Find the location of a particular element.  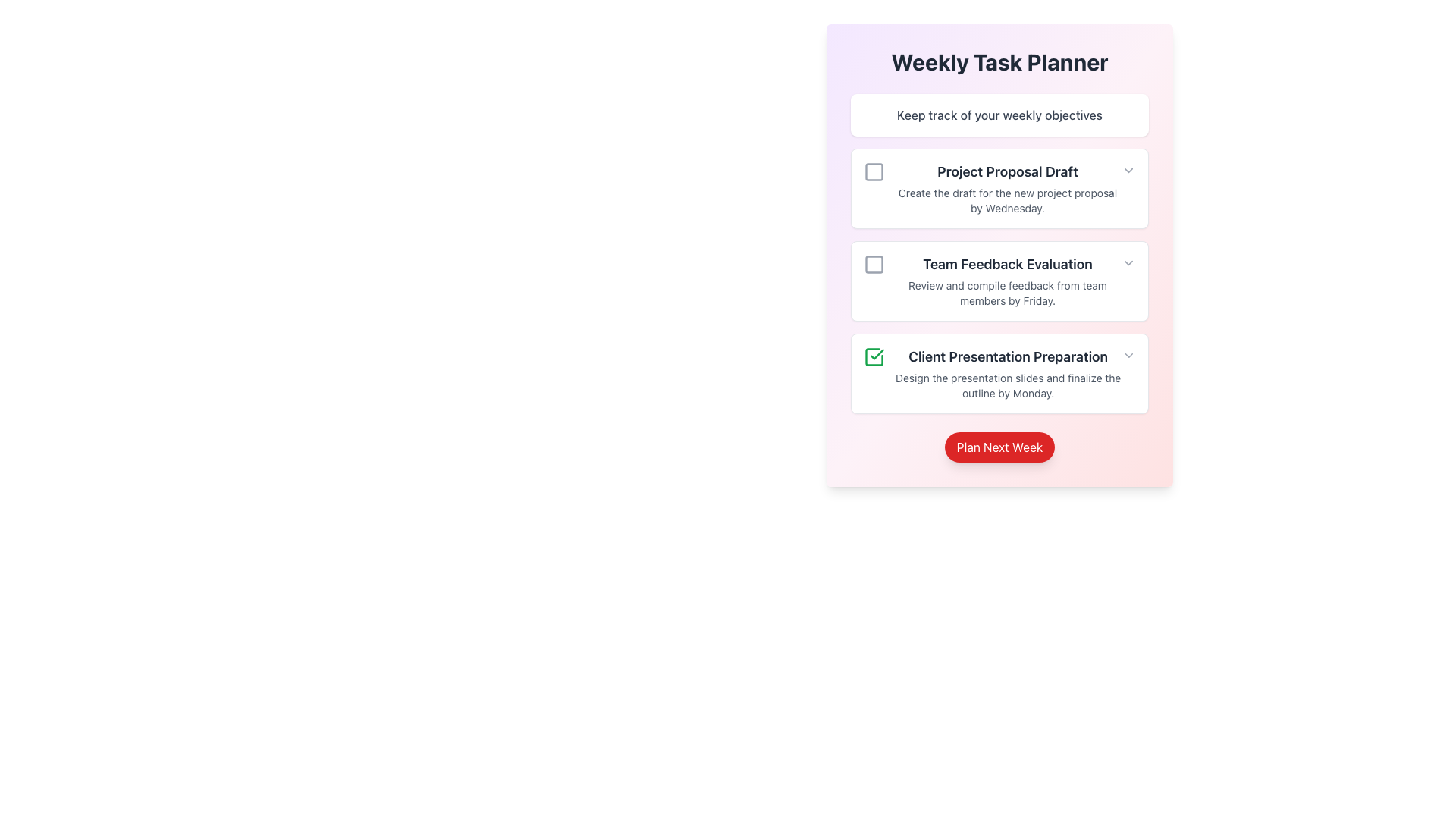

the green check mark SVG element that indicates completion, located within the third item of the list for 'Client Presentation Preparation' is located at coordinates (877, 354).